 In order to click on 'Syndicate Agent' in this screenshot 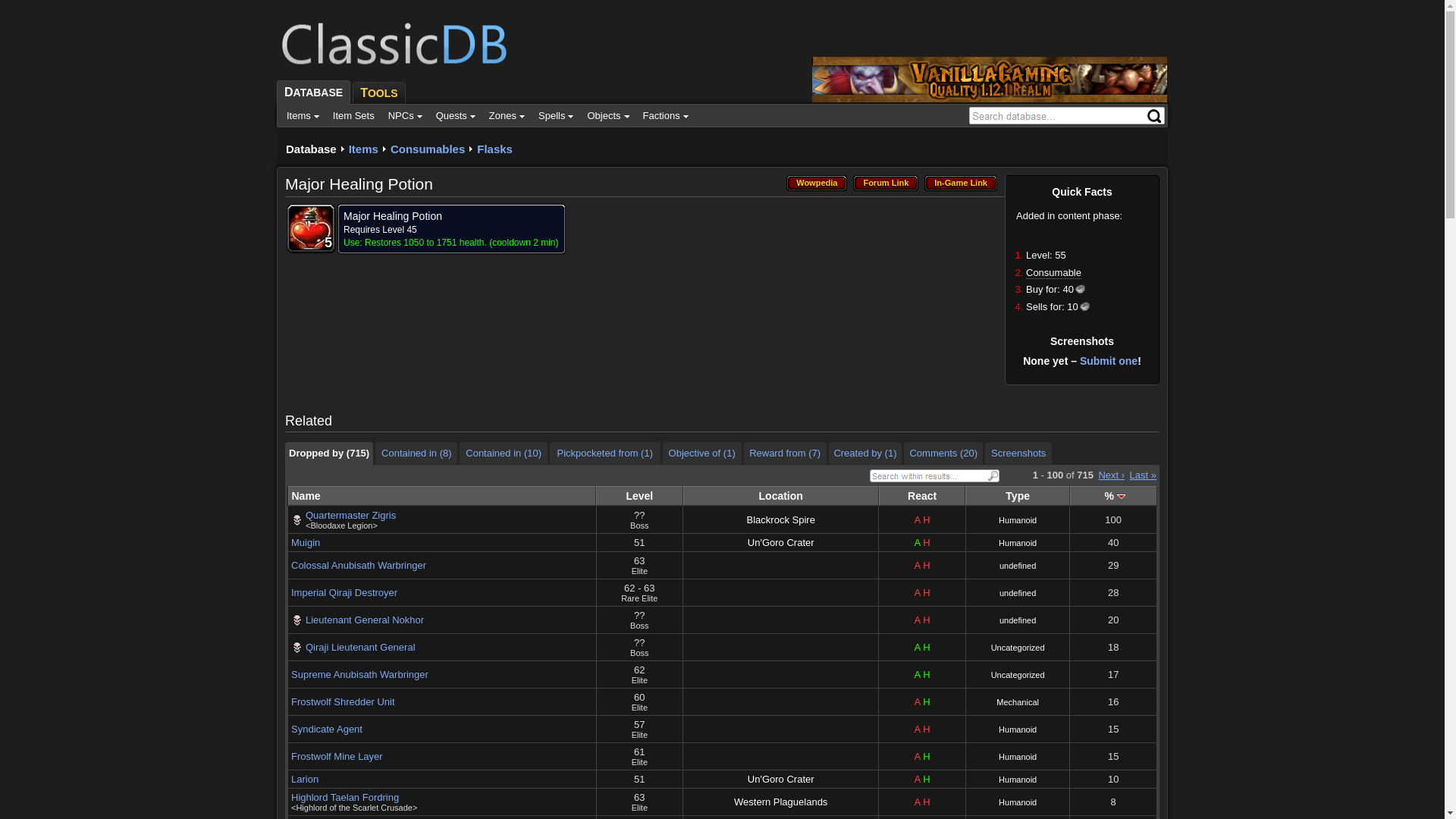, I will do `click(291, 728)`.